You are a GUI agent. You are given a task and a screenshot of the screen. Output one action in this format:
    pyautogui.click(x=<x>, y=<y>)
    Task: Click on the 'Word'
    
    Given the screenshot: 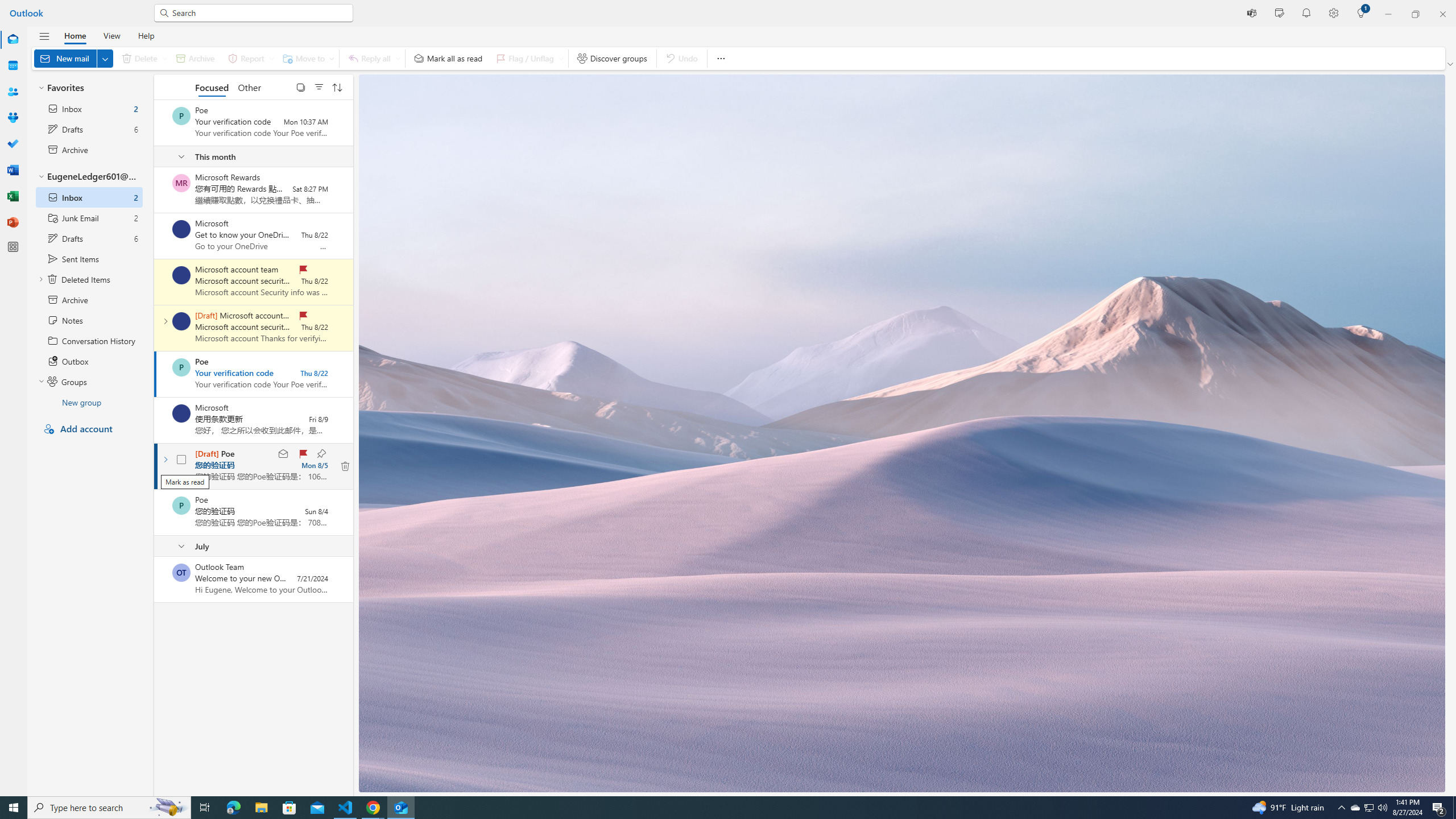 What is the action you would take?
    pyautogui.click(x=13, y=169)
    